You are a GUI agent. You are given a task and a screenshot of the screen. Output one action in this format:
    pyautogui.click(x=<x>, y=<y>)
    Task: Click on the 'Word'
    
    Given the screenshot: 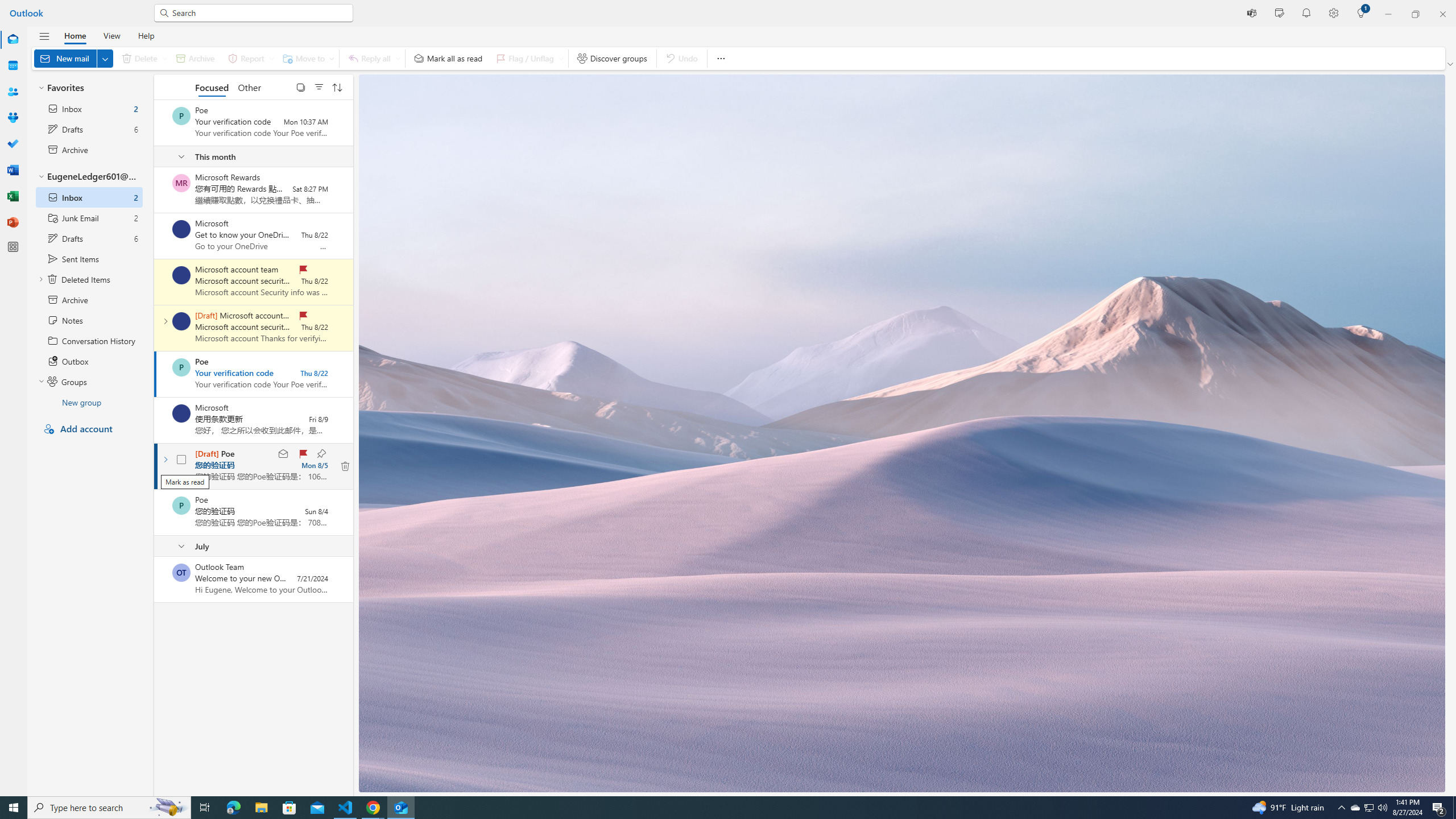 What is the action you would take?
    pyautogui.click(x=13, y=169)
    